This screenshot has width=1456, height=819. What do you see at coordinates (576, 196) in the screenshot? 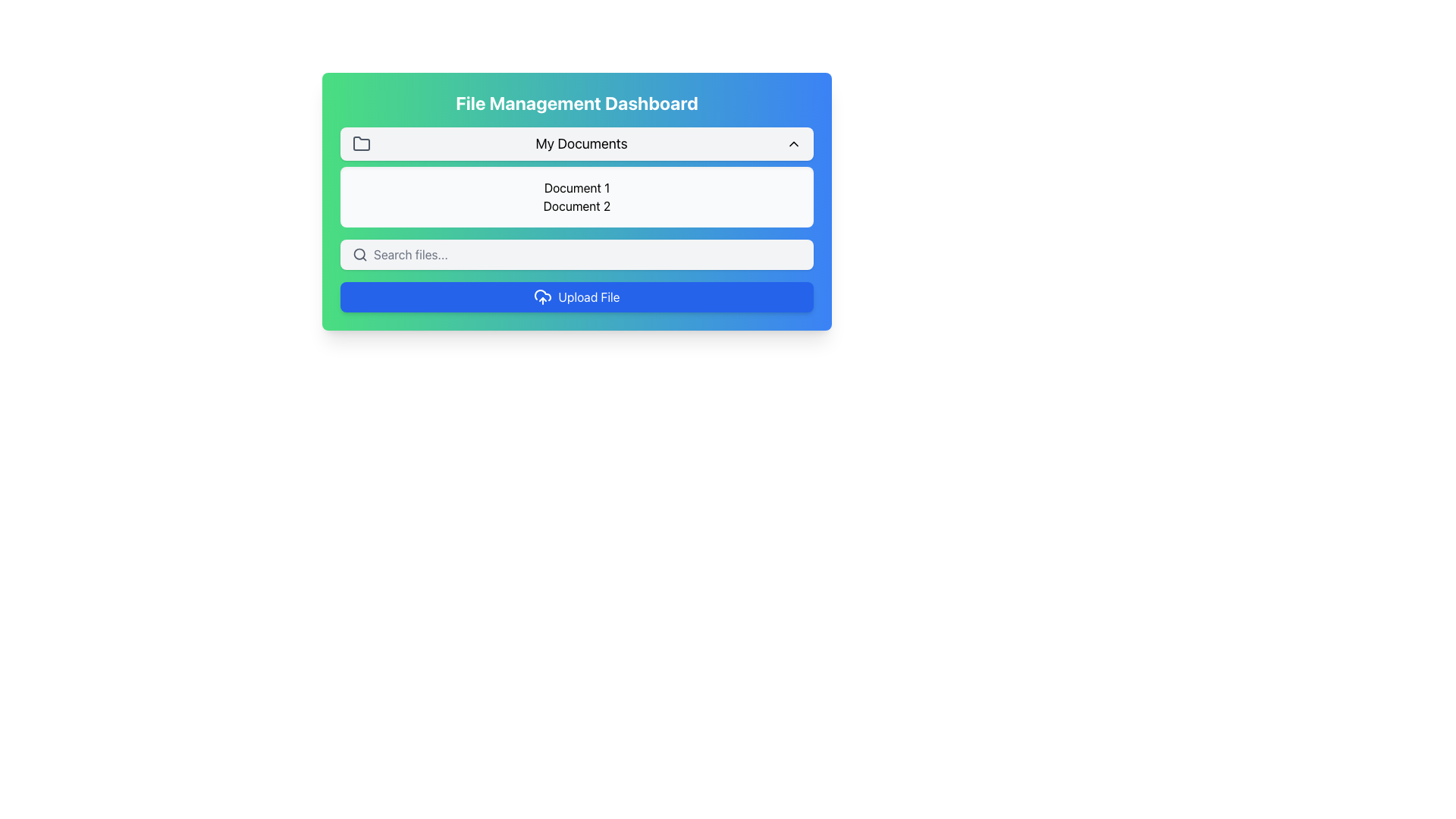
I see `the rectangular section with a light gray background that contains the centered text 'Document 1' and 'Document 2', located below the 'My Documents' section in the 'File Management Dashboard'` at bounding box center [576, 196].